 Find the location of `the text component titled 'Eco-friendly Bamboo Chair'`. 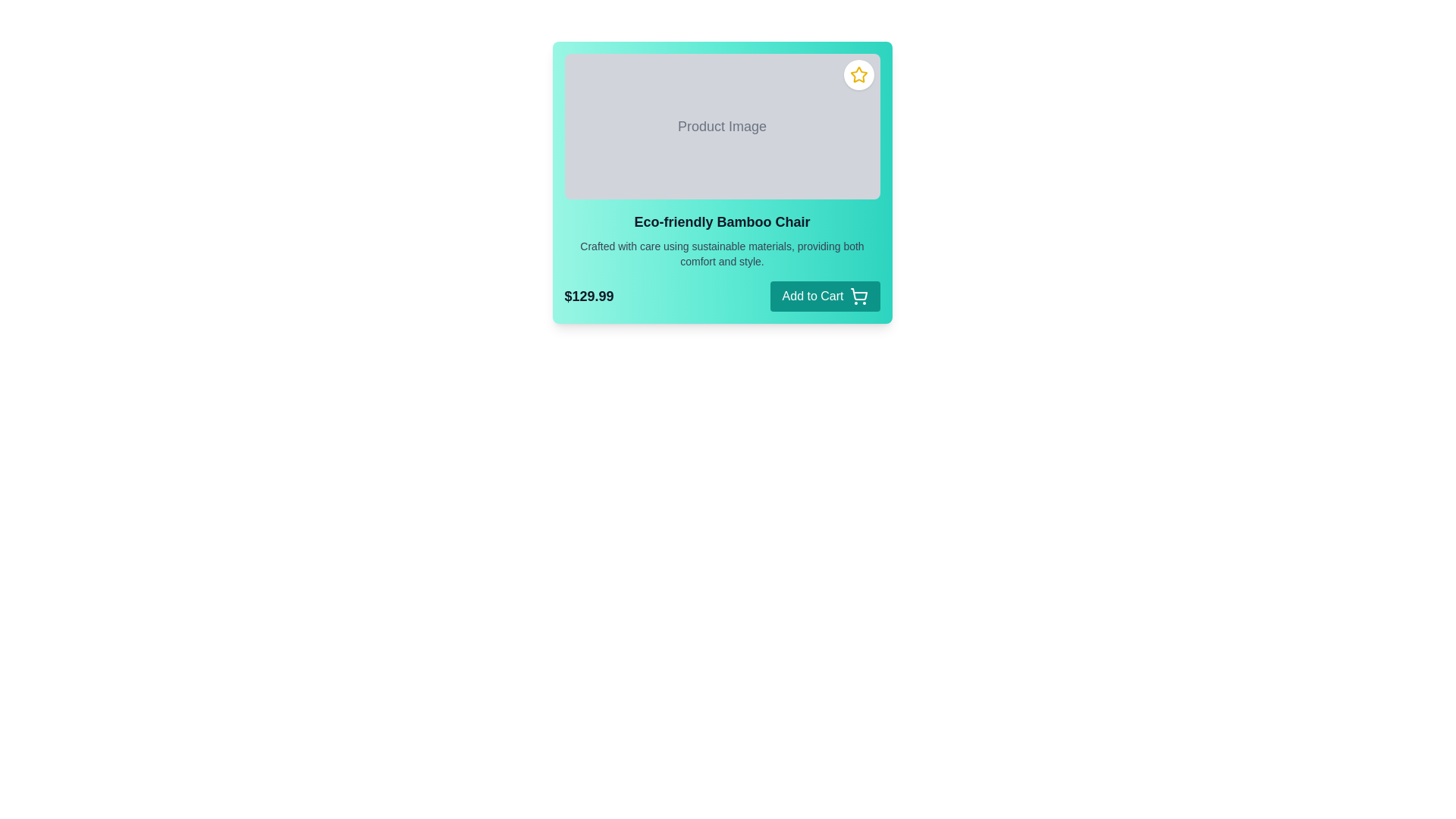

the text component titled 'Eco-friendly Bamboo Chair' is located at coordinates (721, 239).